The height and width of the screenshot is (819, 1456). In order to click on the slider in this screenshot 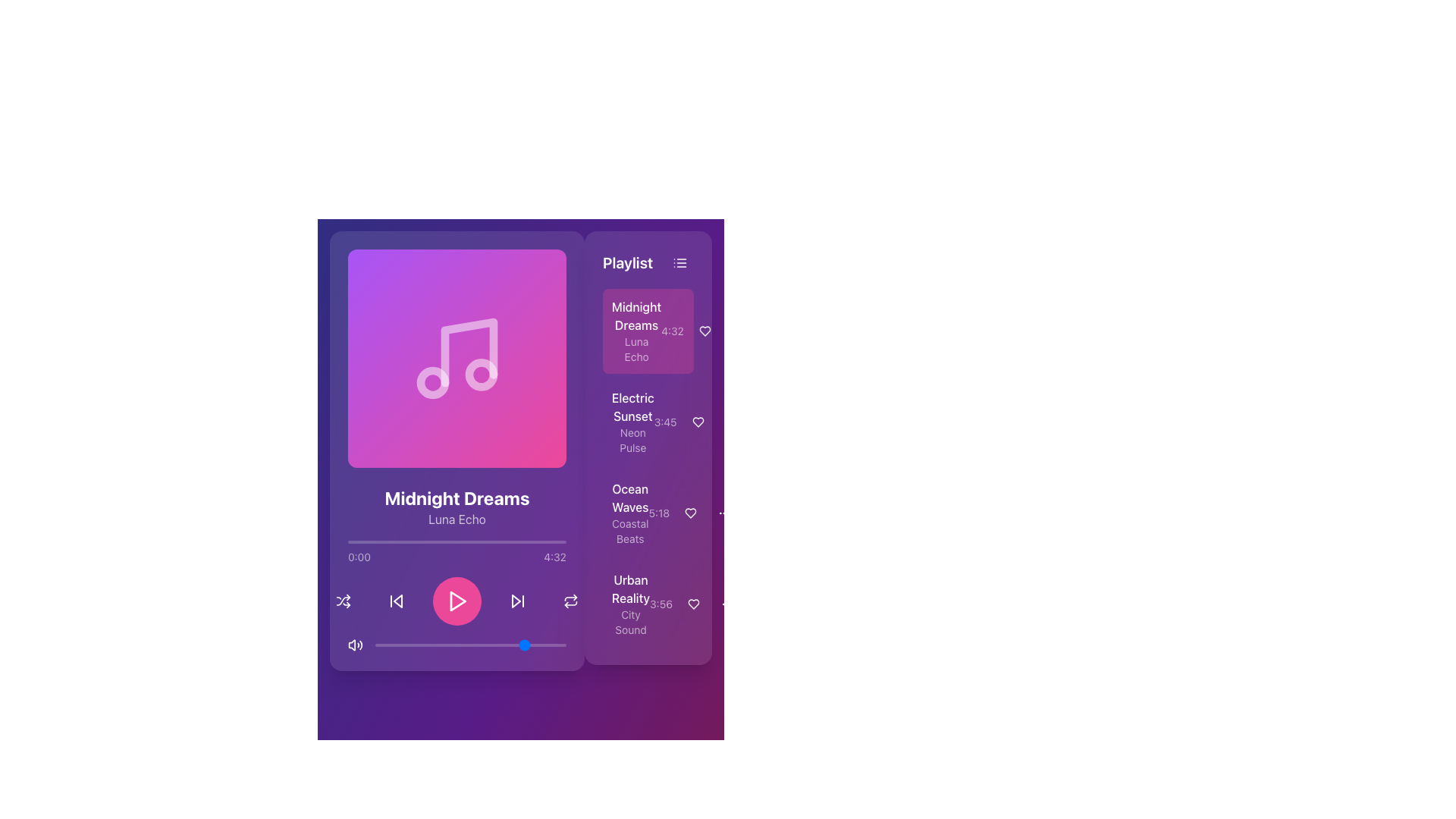, I will do `click(383, 645)`.